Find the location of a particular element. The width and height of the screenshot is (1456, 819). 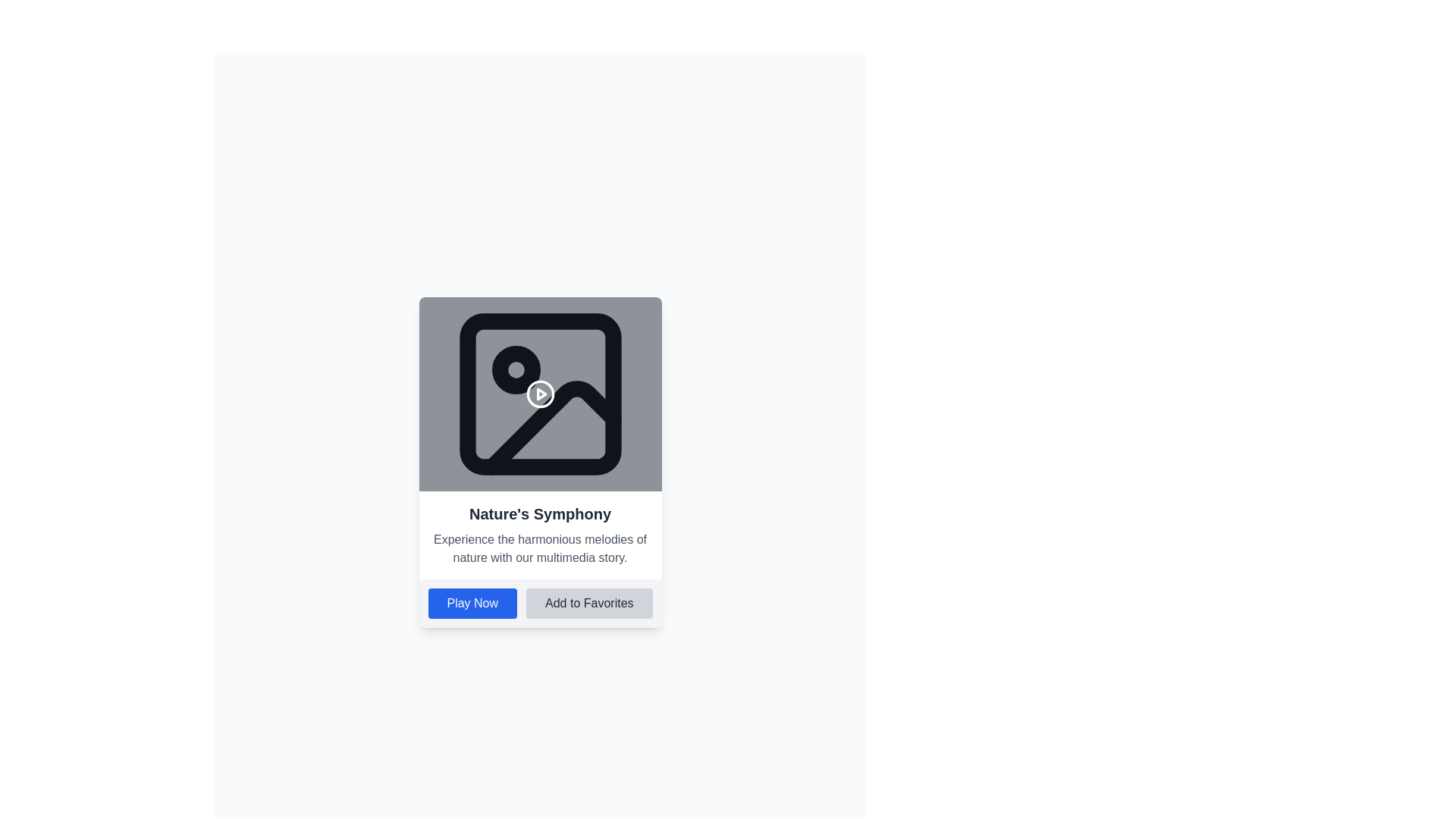

the keyboard navigation on the 'Play Now' button is located at coordinates (472, 602).